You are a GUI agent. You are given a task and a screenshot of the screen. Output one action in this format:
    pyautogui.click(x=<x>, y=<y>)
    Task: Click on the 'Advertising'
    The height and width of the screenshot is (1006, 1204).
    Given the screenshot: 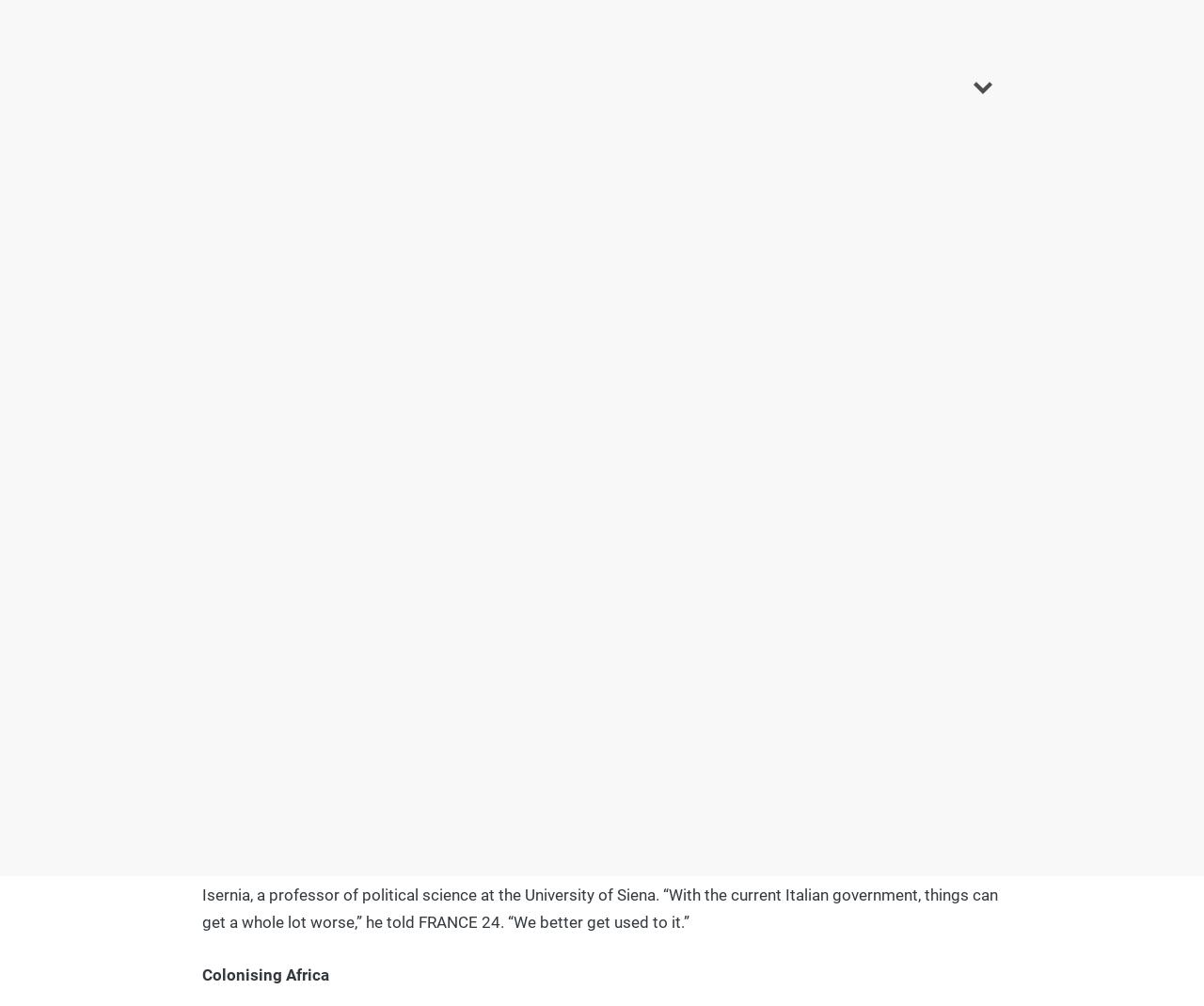 What is the action you would take?
    pyautogui.click(x=758, y=378)
    